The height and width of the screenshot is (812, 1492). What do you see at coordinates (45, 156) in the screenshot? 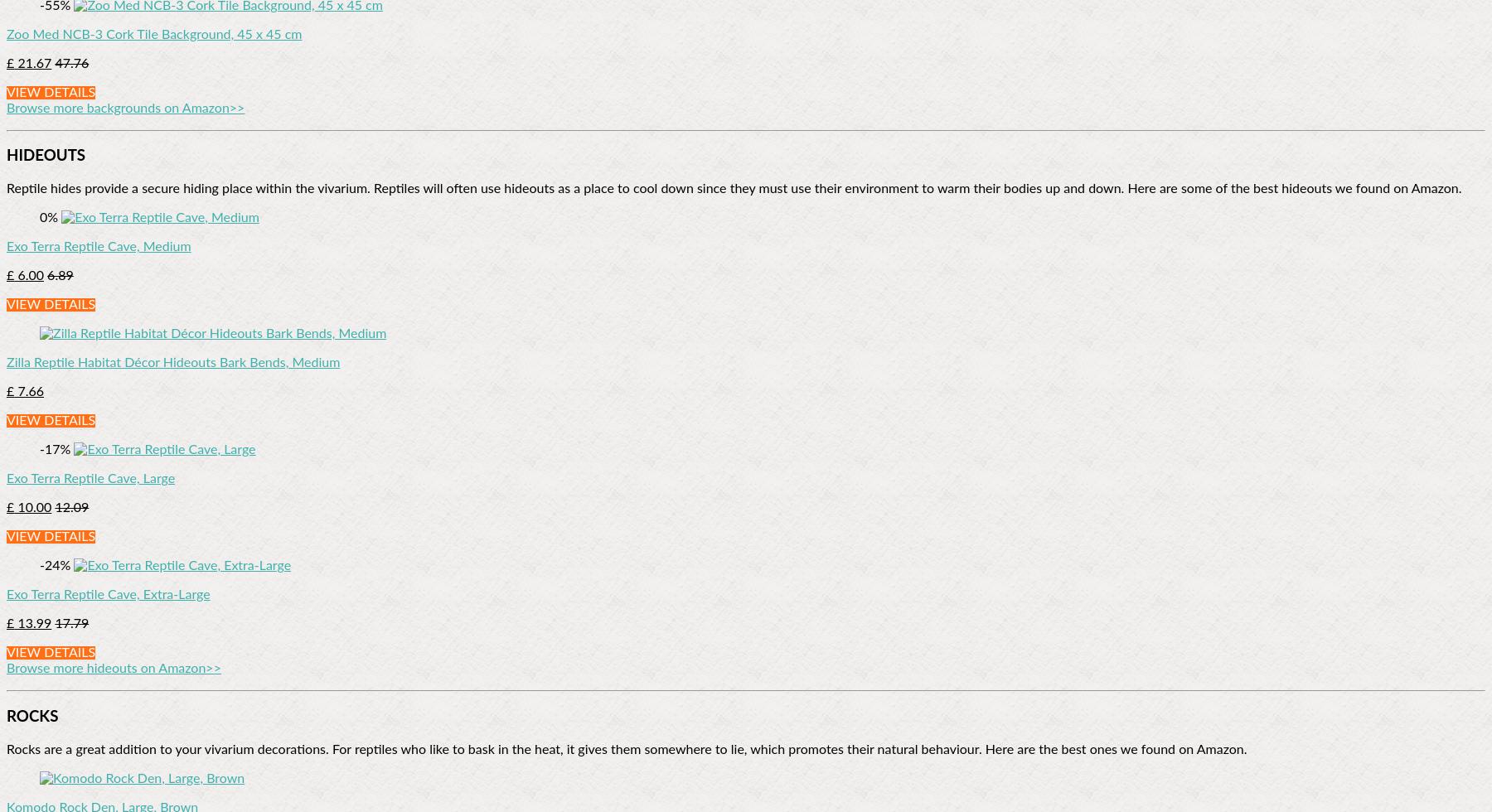
I see `'Hideouts'` at bounding box center [45, 156].